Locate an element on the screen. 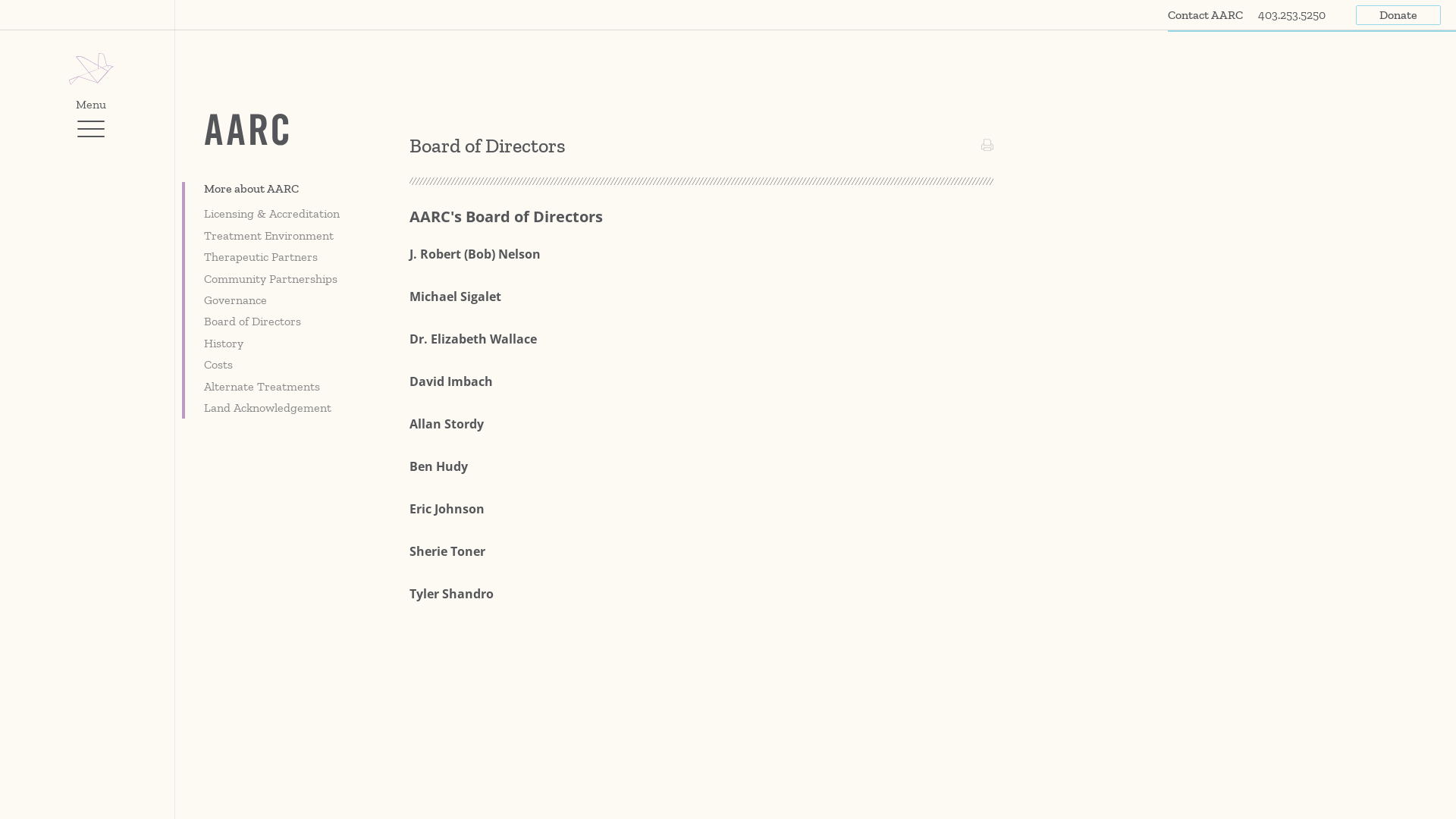  'Licensing & Accreditation' is located at coordinates (284, 213).